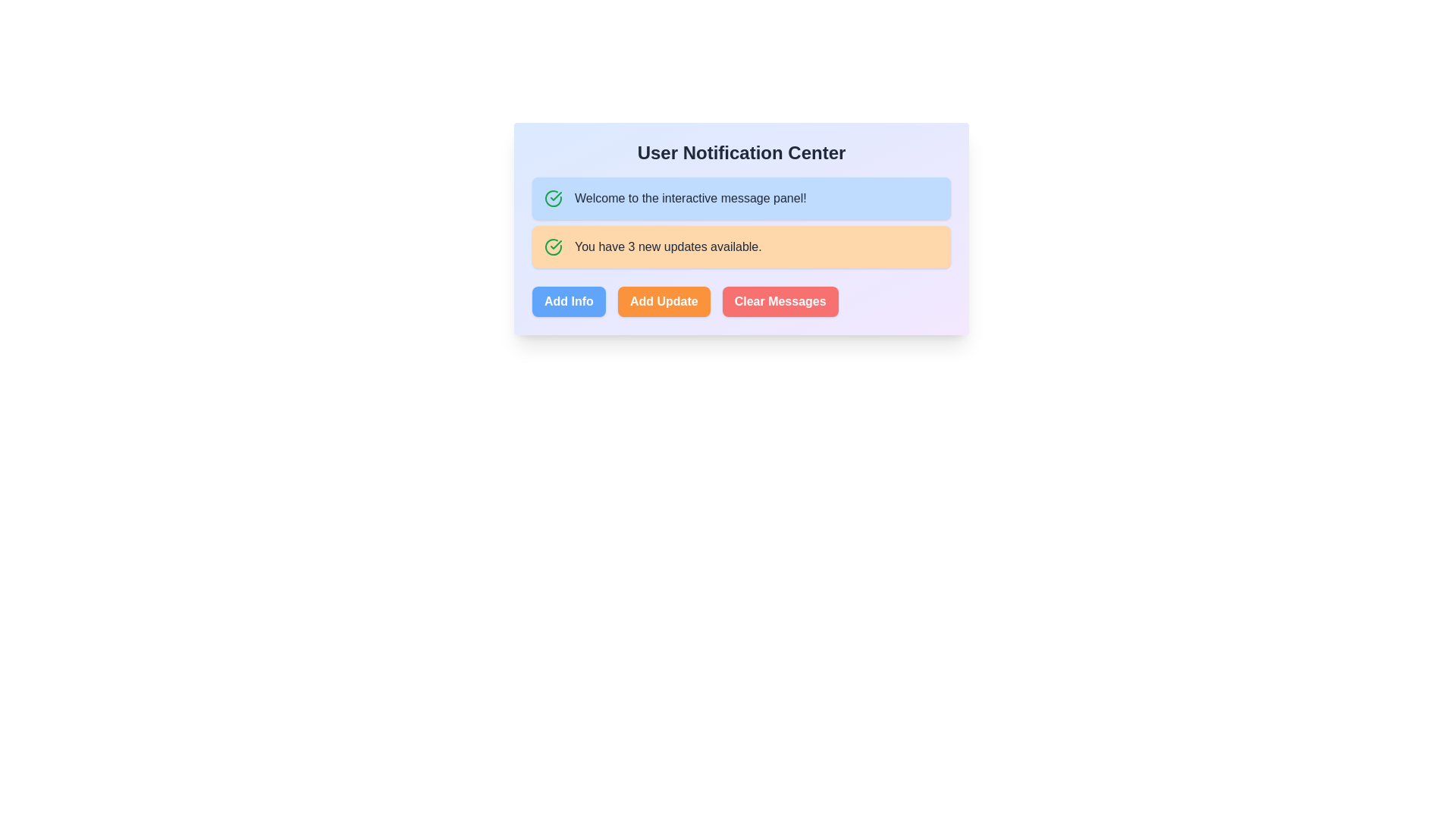 This screenshot has width=1456, height=819. What do you see at coordinates (742, 198) in the screenshot?
I see `the Informational panel element that features a green circular check icon and the text 'Welcome to the interactive message panel!' with a soft blue background, located below the 'User Notification Center' header` at bounding box center [742, 198].